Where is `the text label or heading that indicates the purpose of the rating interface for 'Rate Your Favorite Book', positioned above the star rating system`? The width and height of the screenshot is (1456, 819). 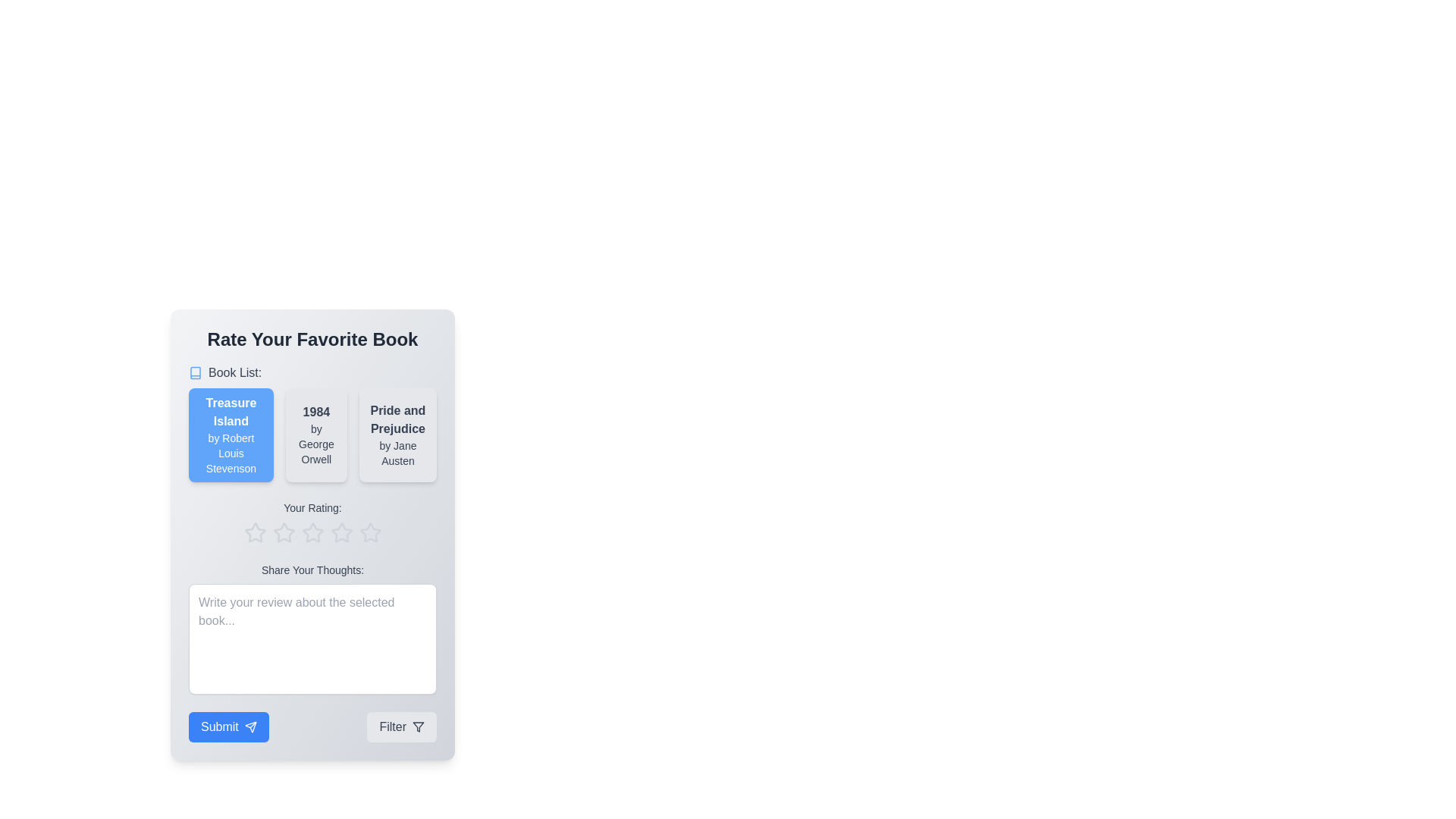
the text label or heading that indicates the purpose of the rating interface for 'Rate Your Favorite Book', positioned above the star rating system is located at coordinates (312, 508).